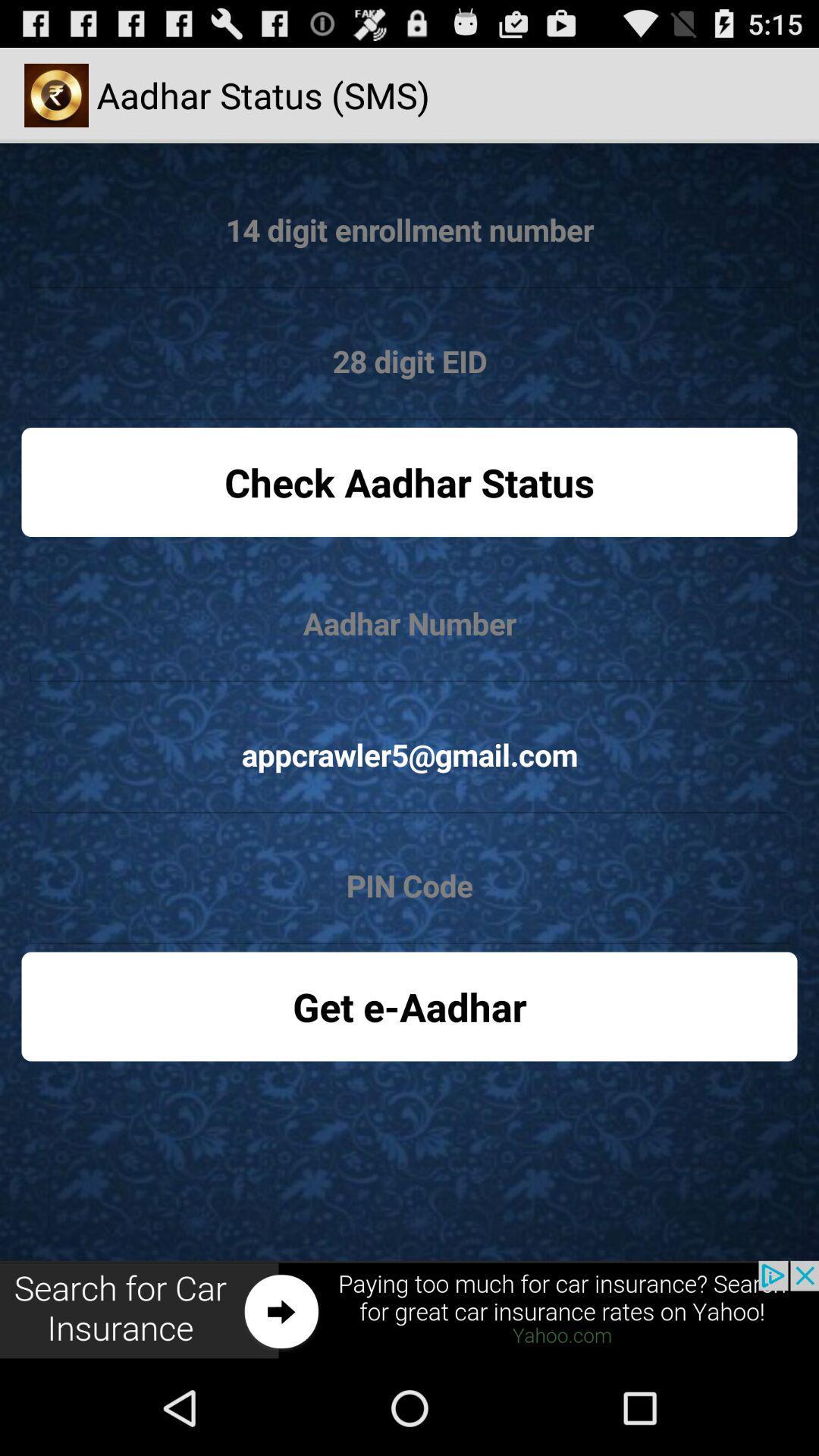 This screenshot has width=819, height=1456. What do you see at coordinates (409, 230) in the screenshot?
I see `14 digit enrollment number icon` at bounding box center [409, 230].